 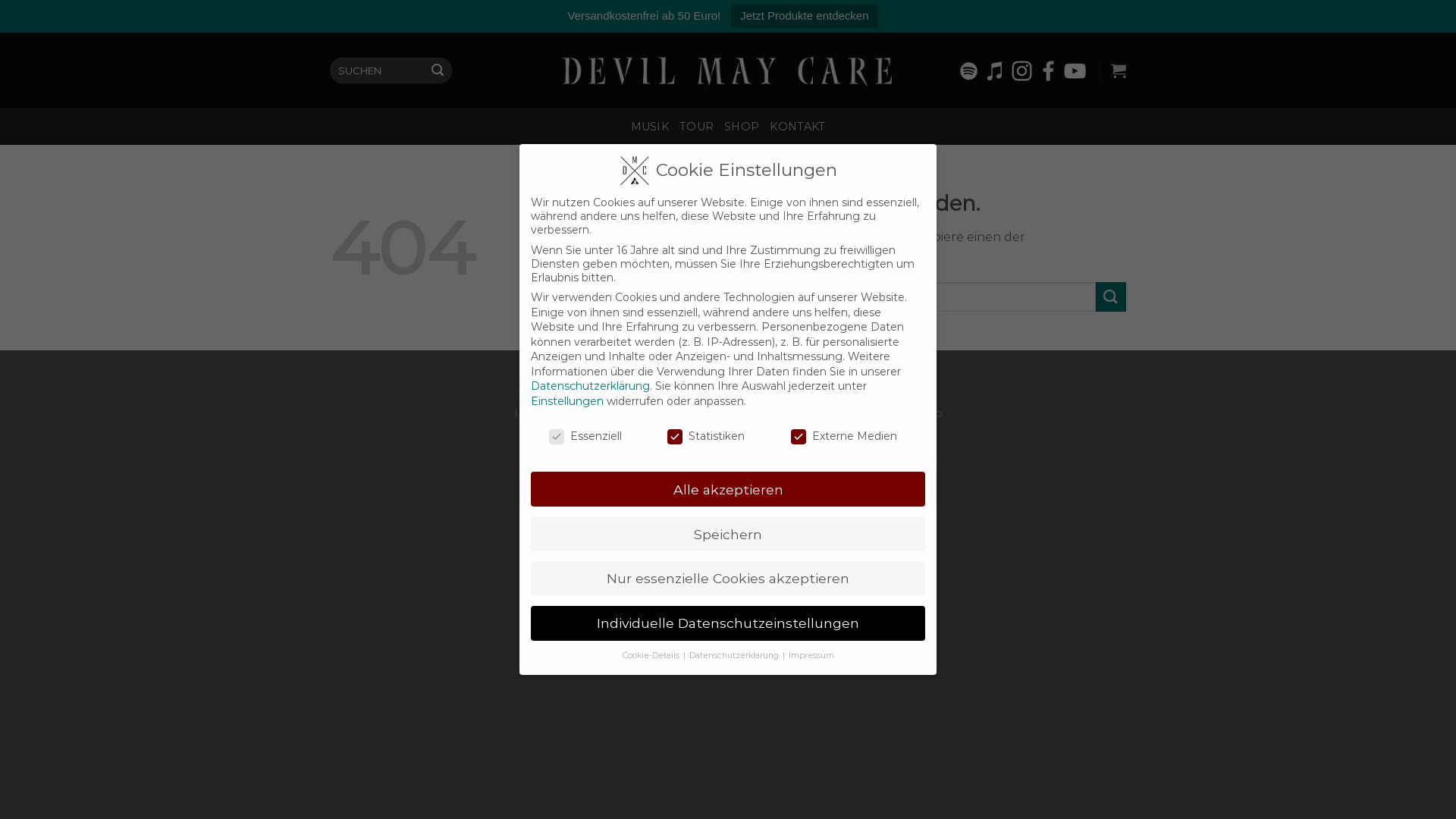 I want to click on 'Individuelle Datenschutzeinstellungen', so click(x=728, y=623).